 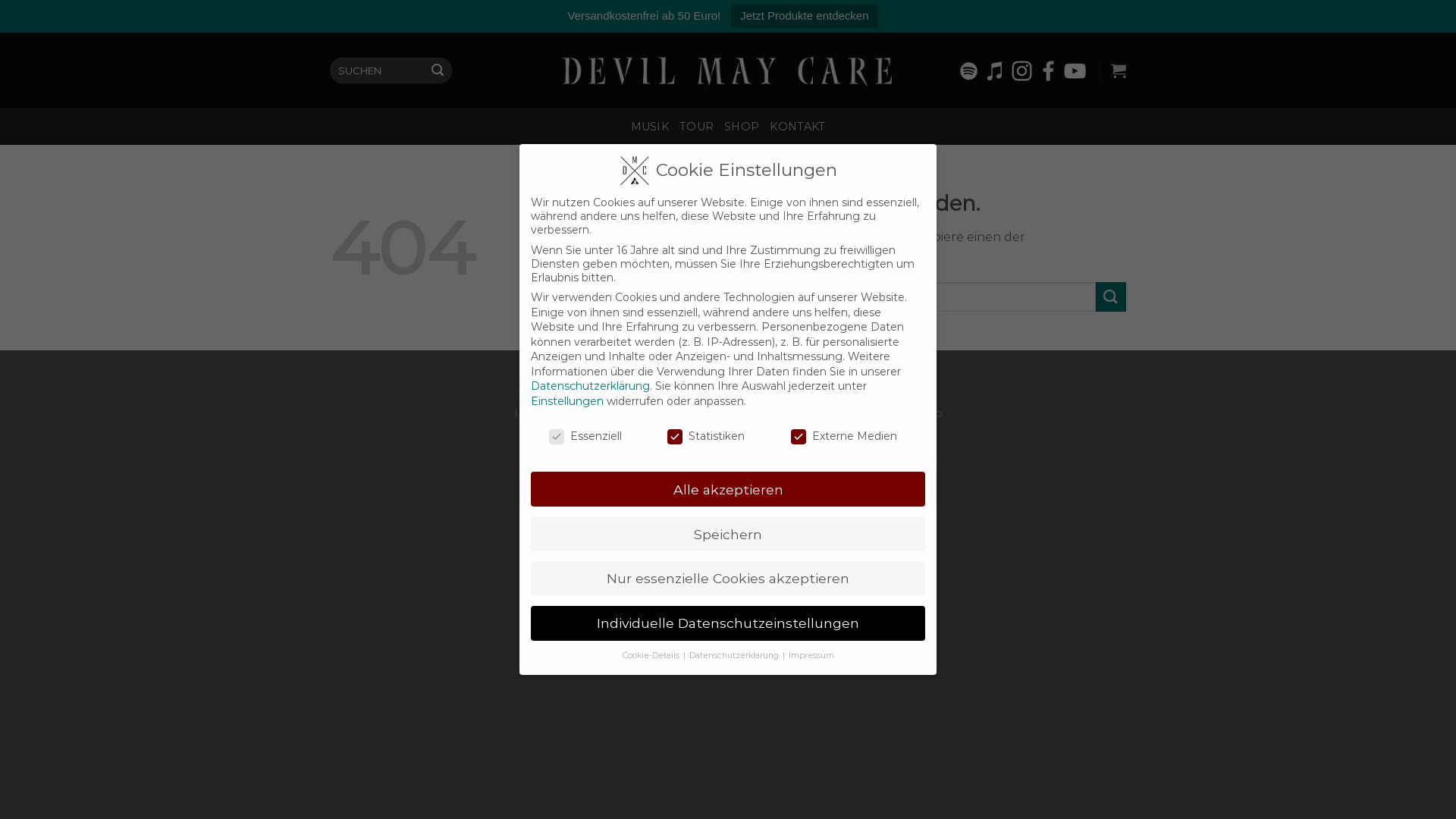 I want to click on 'Individuelle Datenschutzeinstellungen', so click(x=728, y=623).